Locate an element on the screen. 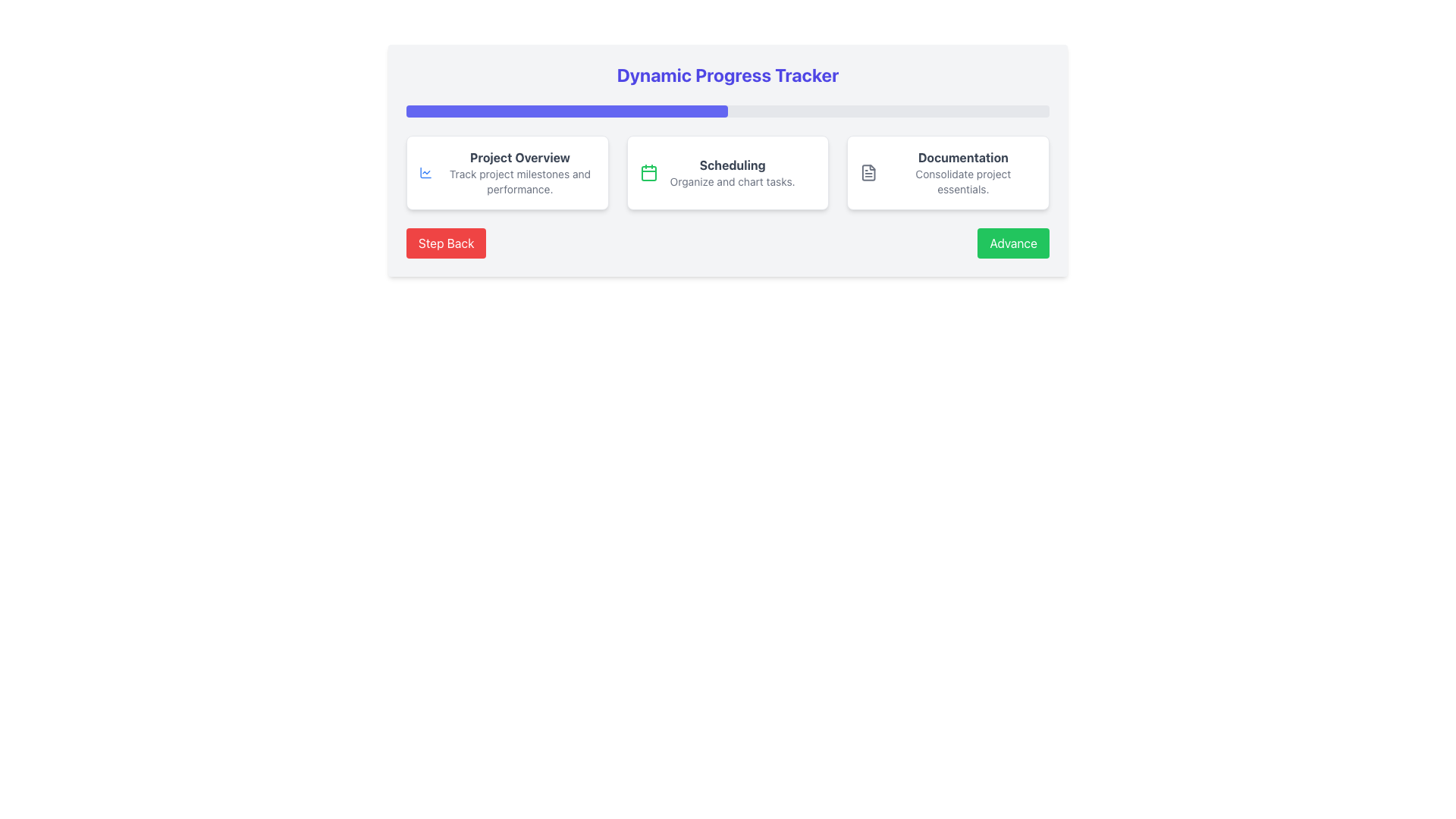  the 'Project Overview' text label, which is styled in bold gray color and located at the top of a card-like section is located at coordinates (520, 158).